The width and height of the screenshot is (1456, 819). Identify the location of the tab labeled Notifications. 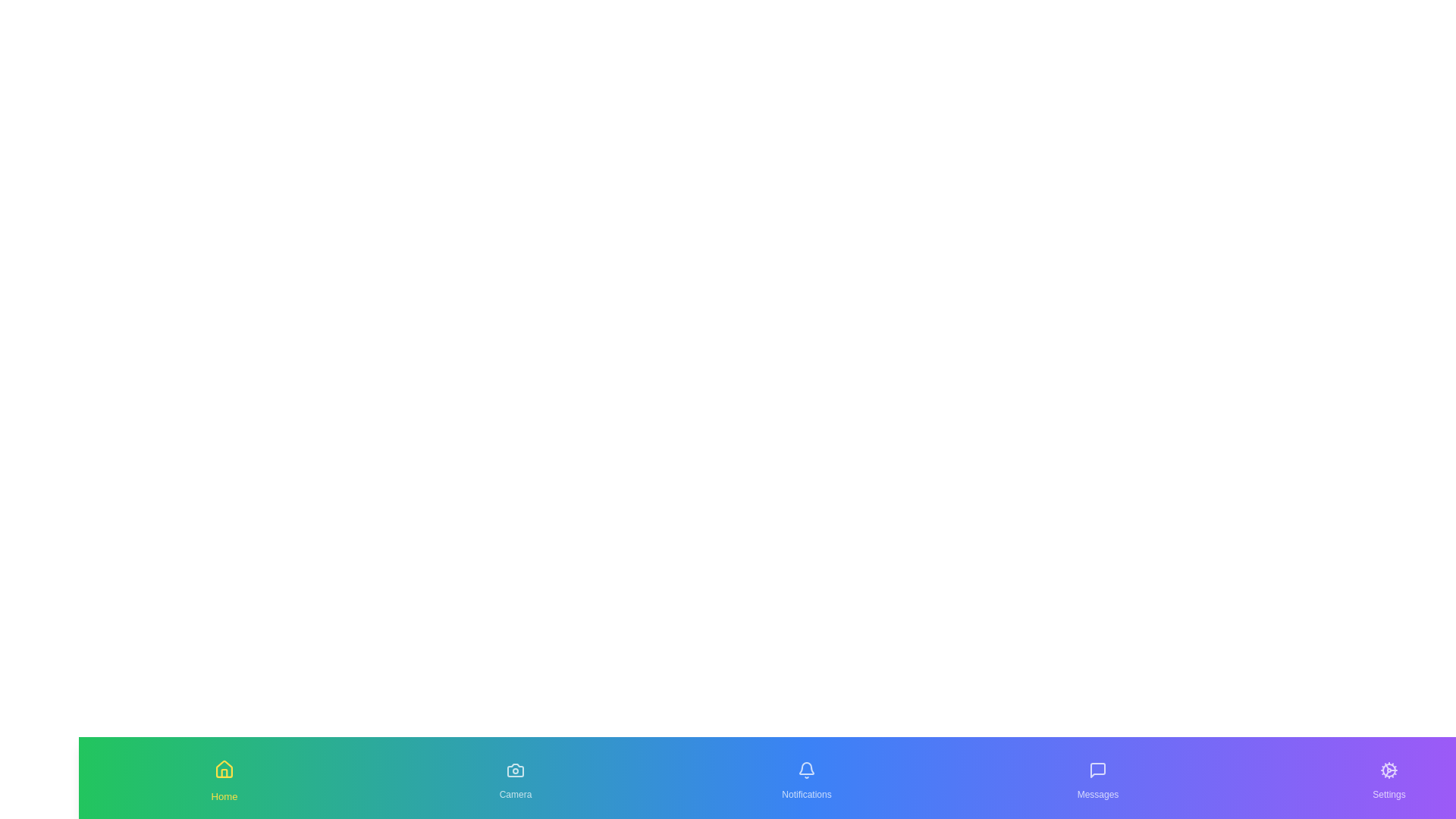
(806, 778).